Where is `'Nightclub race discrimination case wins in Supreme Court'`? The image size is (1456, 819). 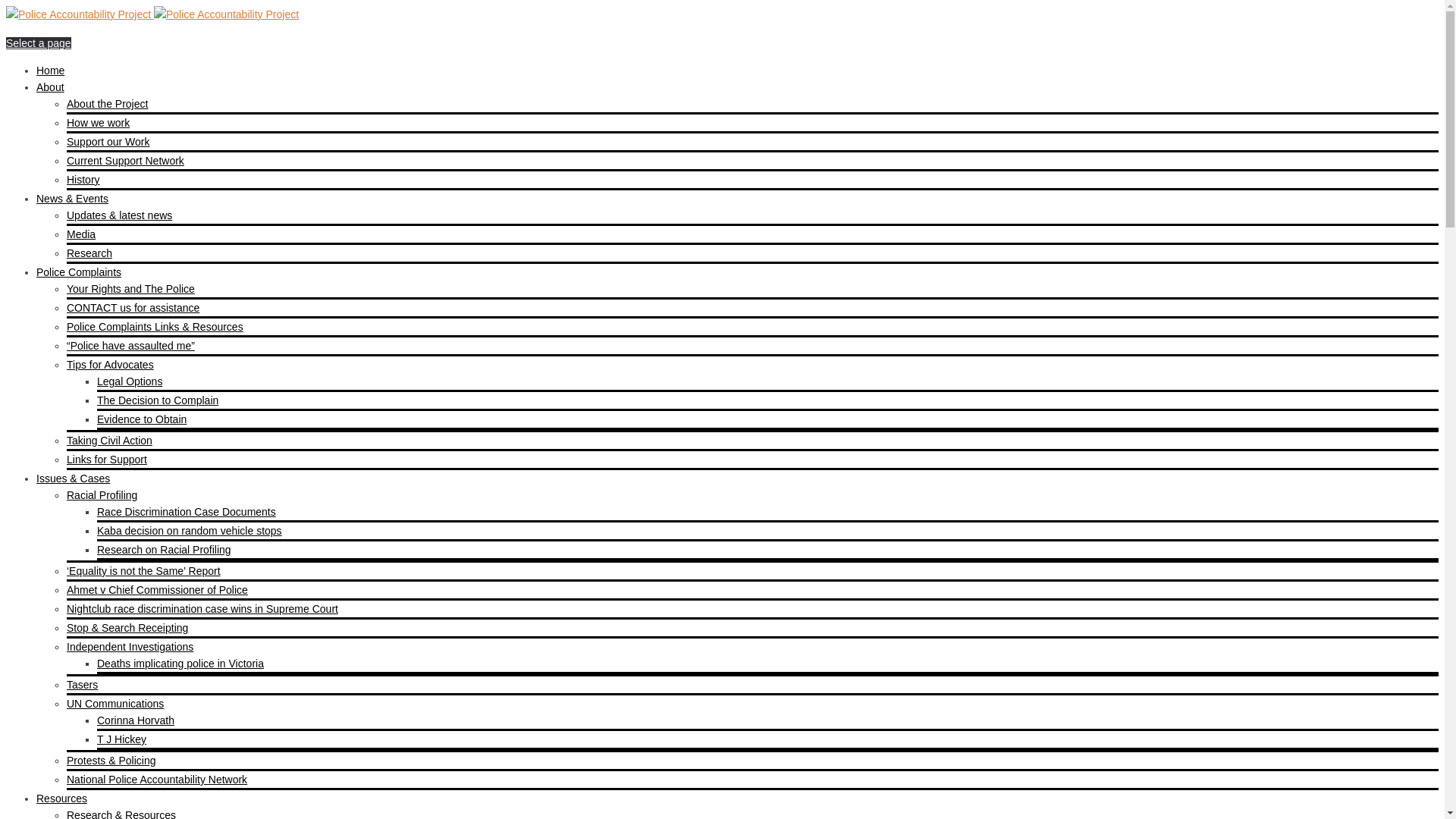 'Nightclub race discrimination case wins in Supreme Court' is located at coordinates (202, 607).